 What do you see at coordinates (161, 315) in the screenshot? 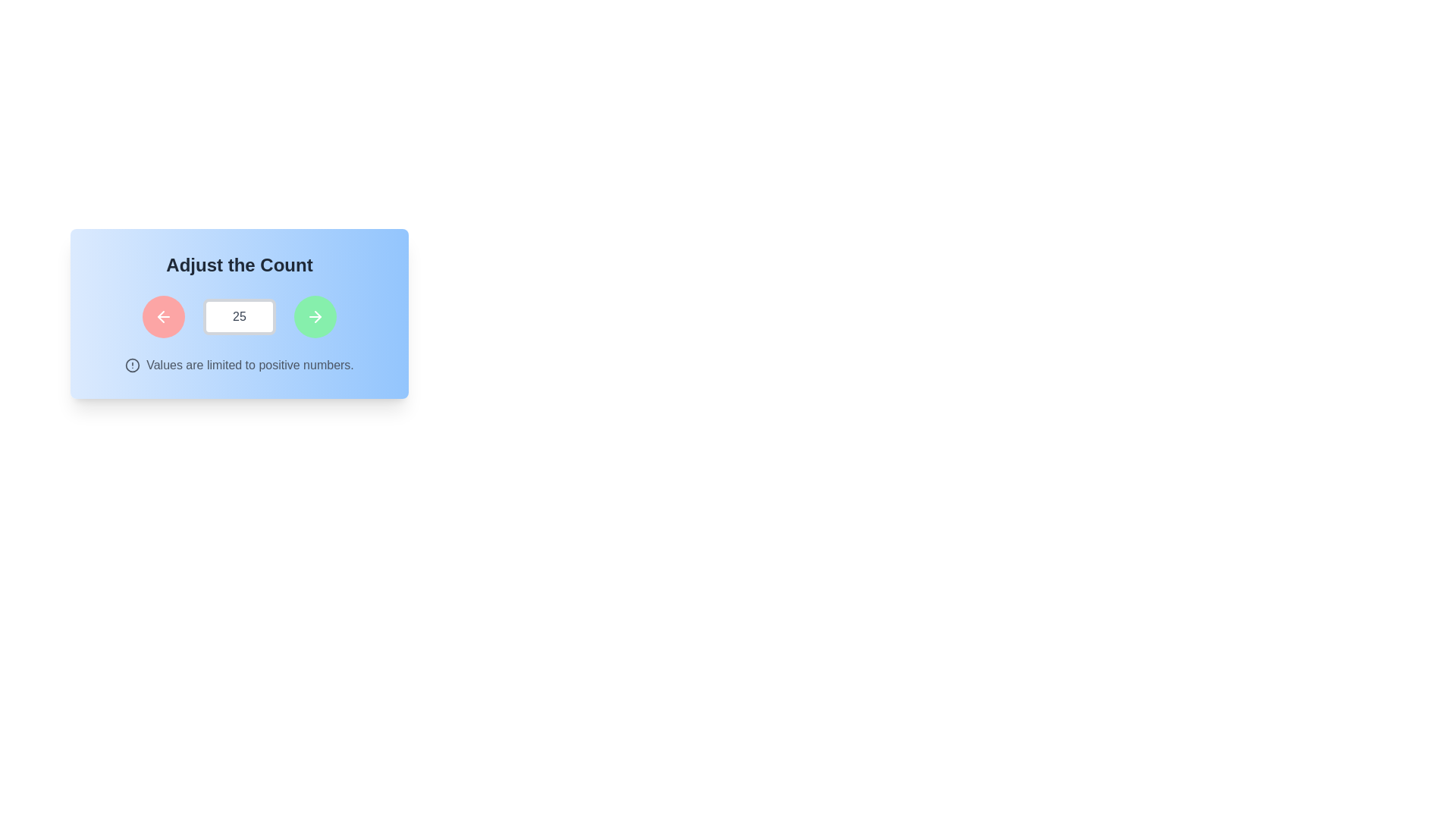
I see `the left arrow button to decrease the value displayed in the numeric input field next to it, which currently shows '25'` at bounding box center [161, 315].